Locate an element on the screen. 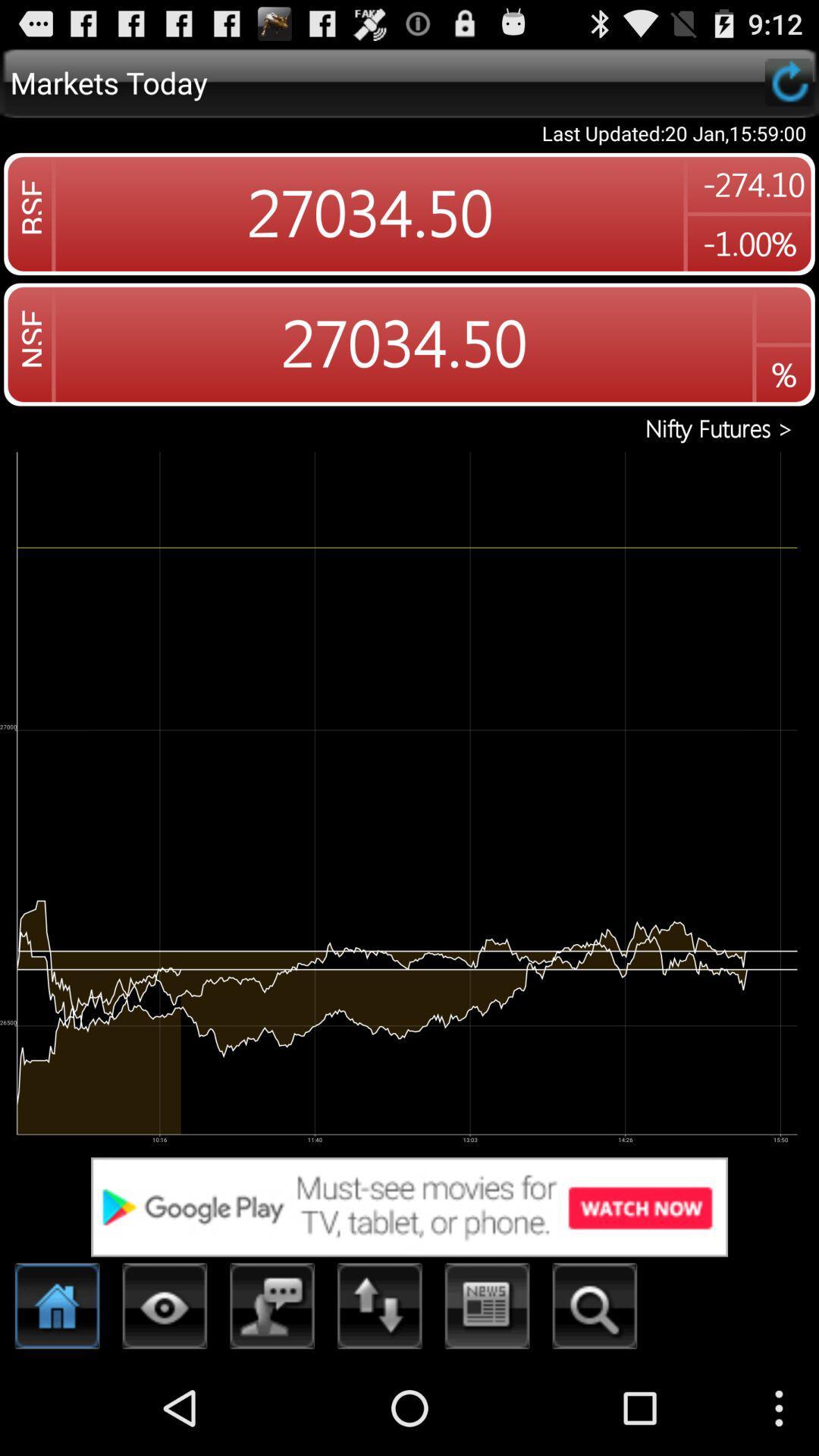  advertisement is located at coordinates (409, 1206).